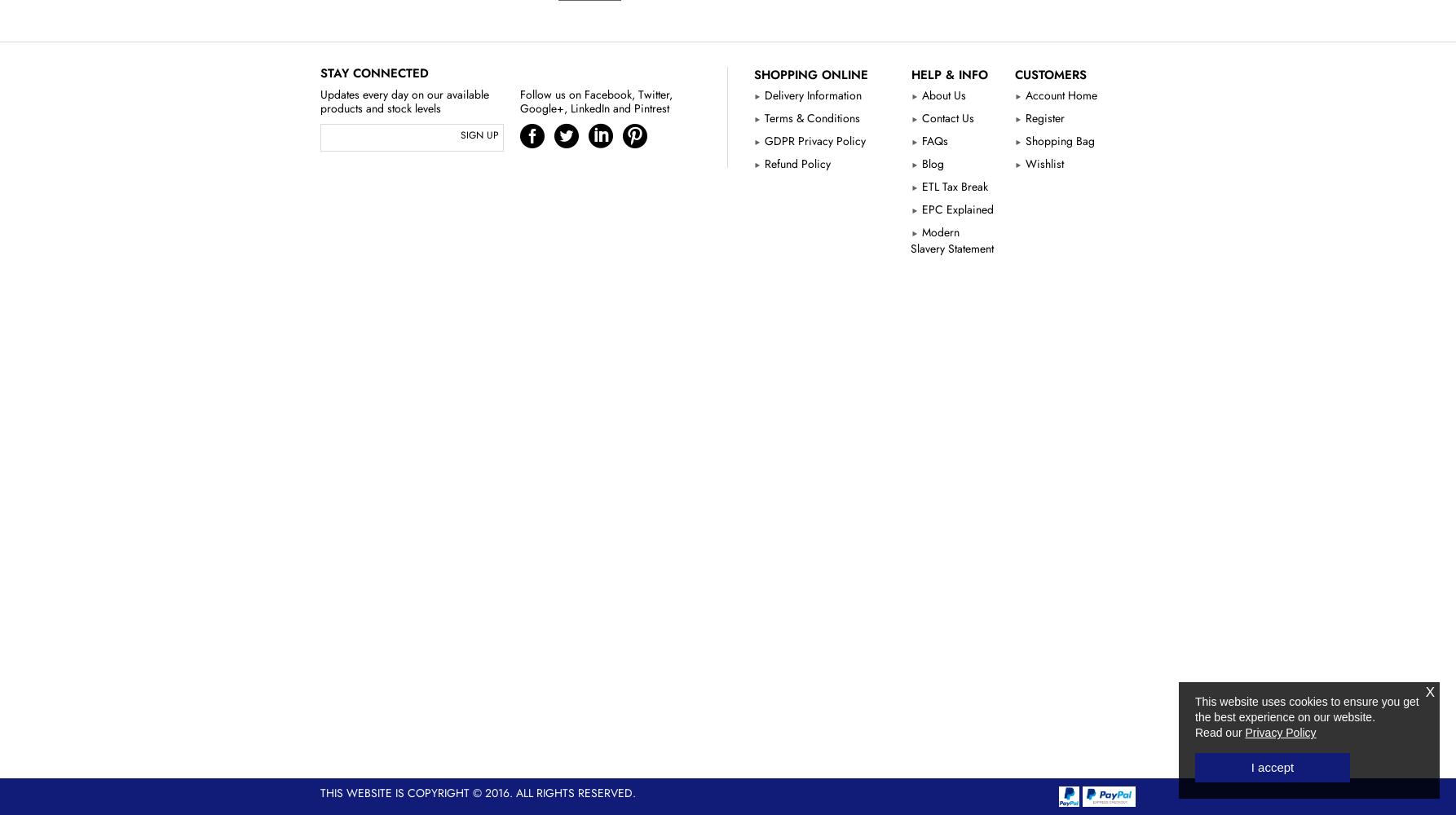 This screenshot has width=1456, height=815. I want to click on 'EPC Explained', so click(954, 209).